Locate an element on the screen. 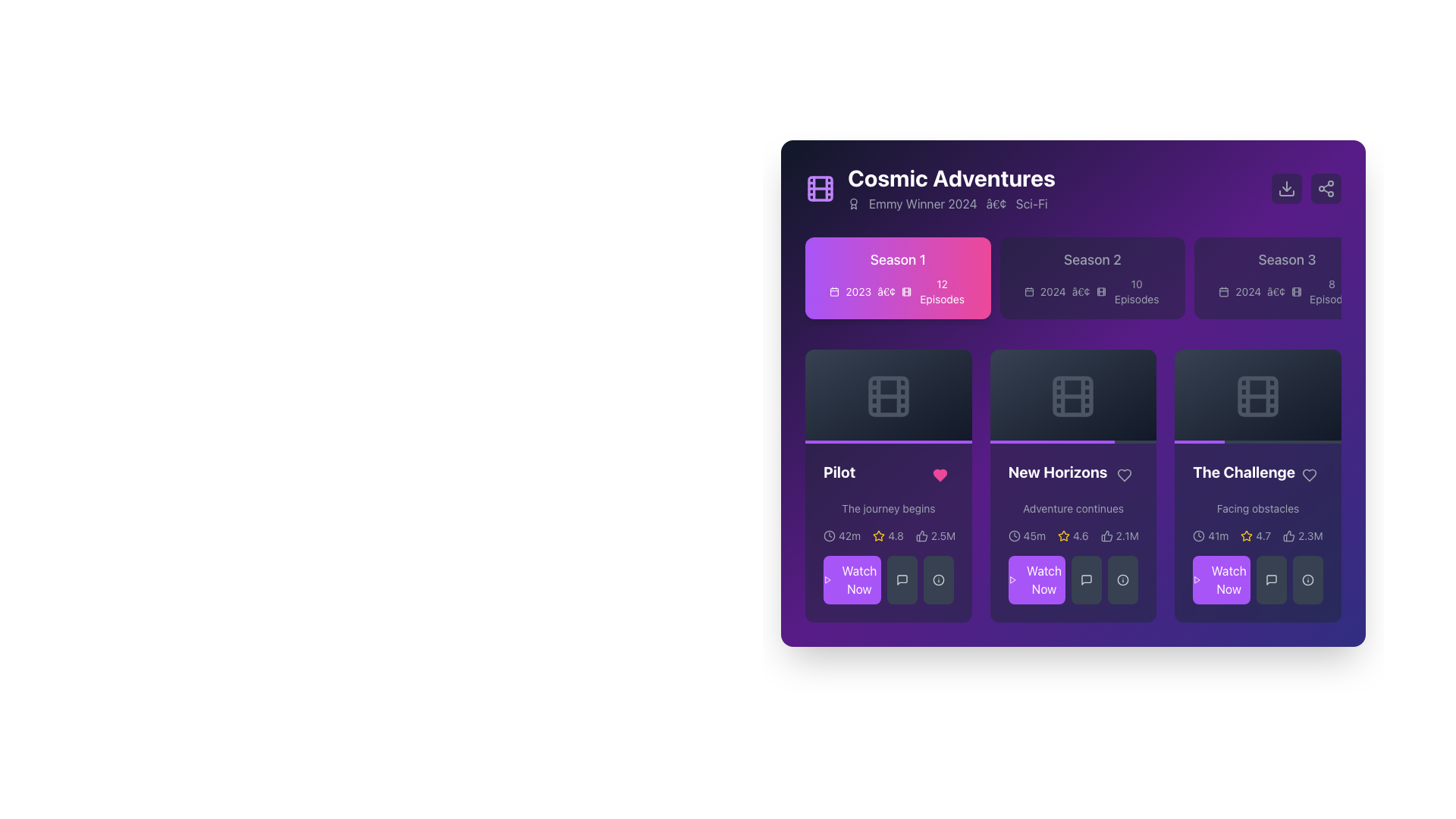 Image resolution: width=1456 pixels, height=819 pixels. the informational label that displays the release year '2023' and the number of episodes '12 Episodes' located below the title text 'Season 1' in the card component for 'Season 1' is located at coordinates (898, 292).